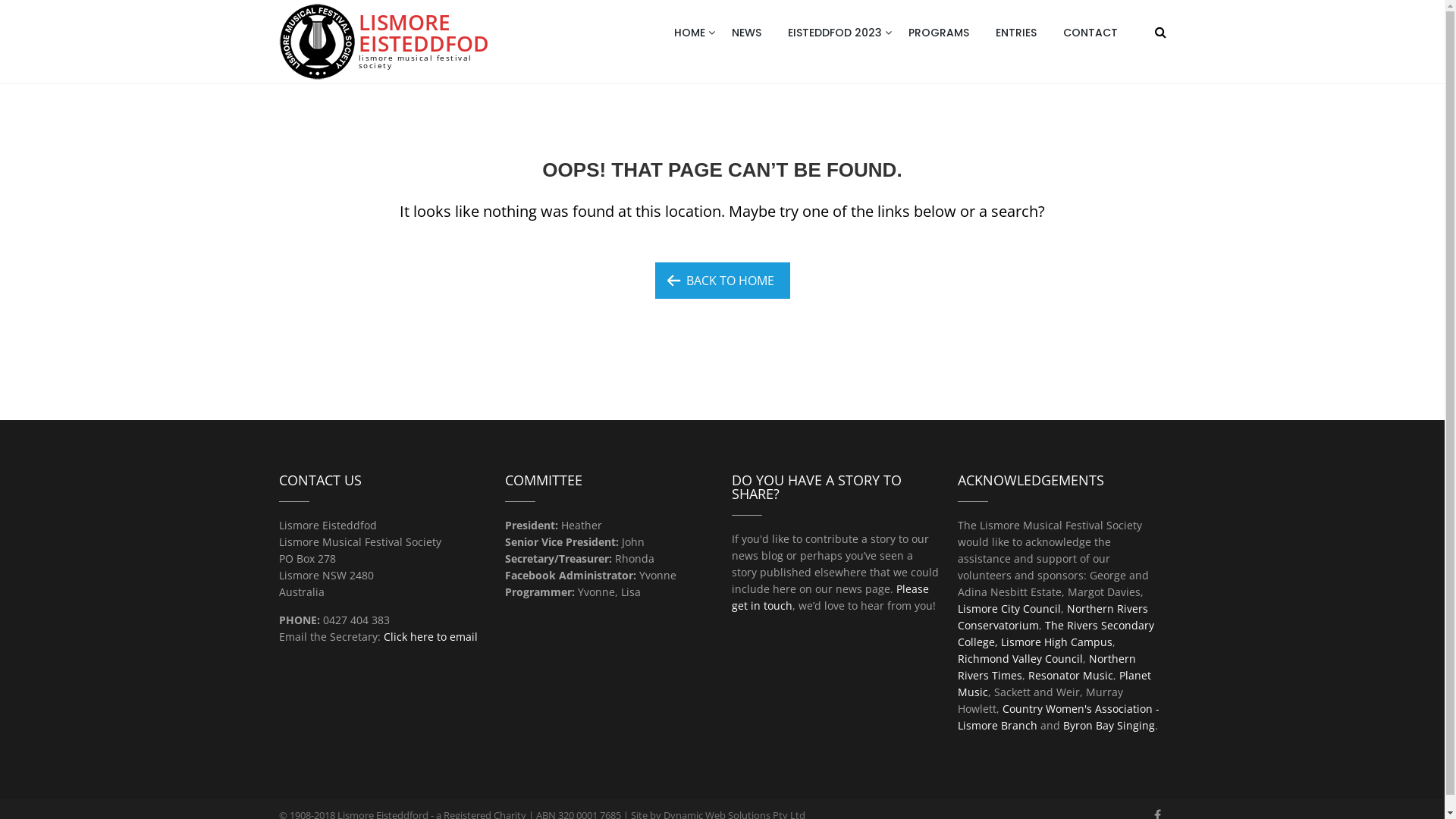 This screenshot has width=1456, height=819. Describe the element at coordinates (956, 717) in the screenshot. I see `'Country Women's Association - Lismore Branch'` at that location.